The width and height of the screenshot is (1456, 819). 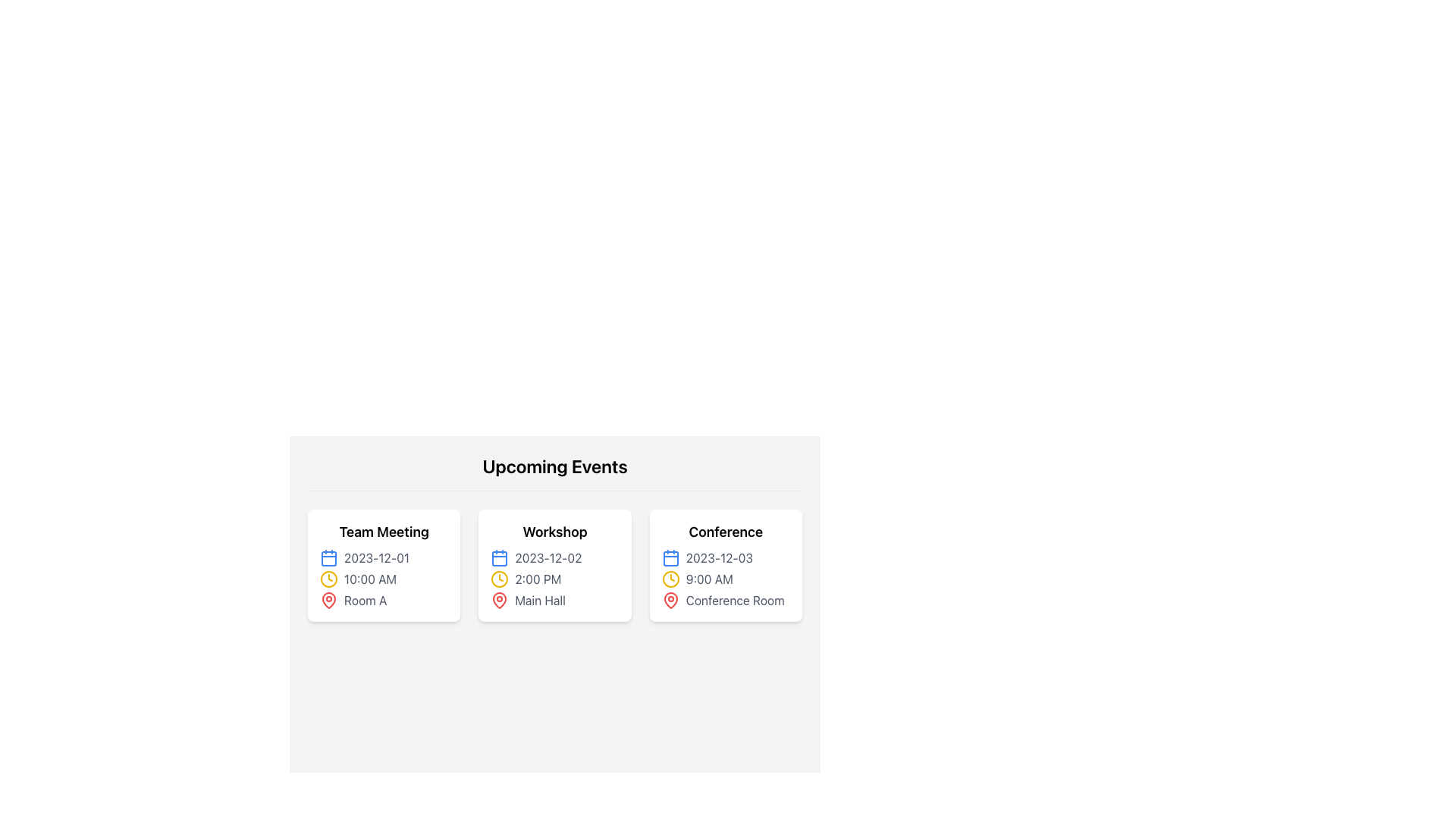 What do you see at coordinates (328, 558) in the screenshot?
I see `the basic rectangular graphic that serves as the base of the calendar icon in the 'Upcoming Events' section` at bounding box center [328, 558].